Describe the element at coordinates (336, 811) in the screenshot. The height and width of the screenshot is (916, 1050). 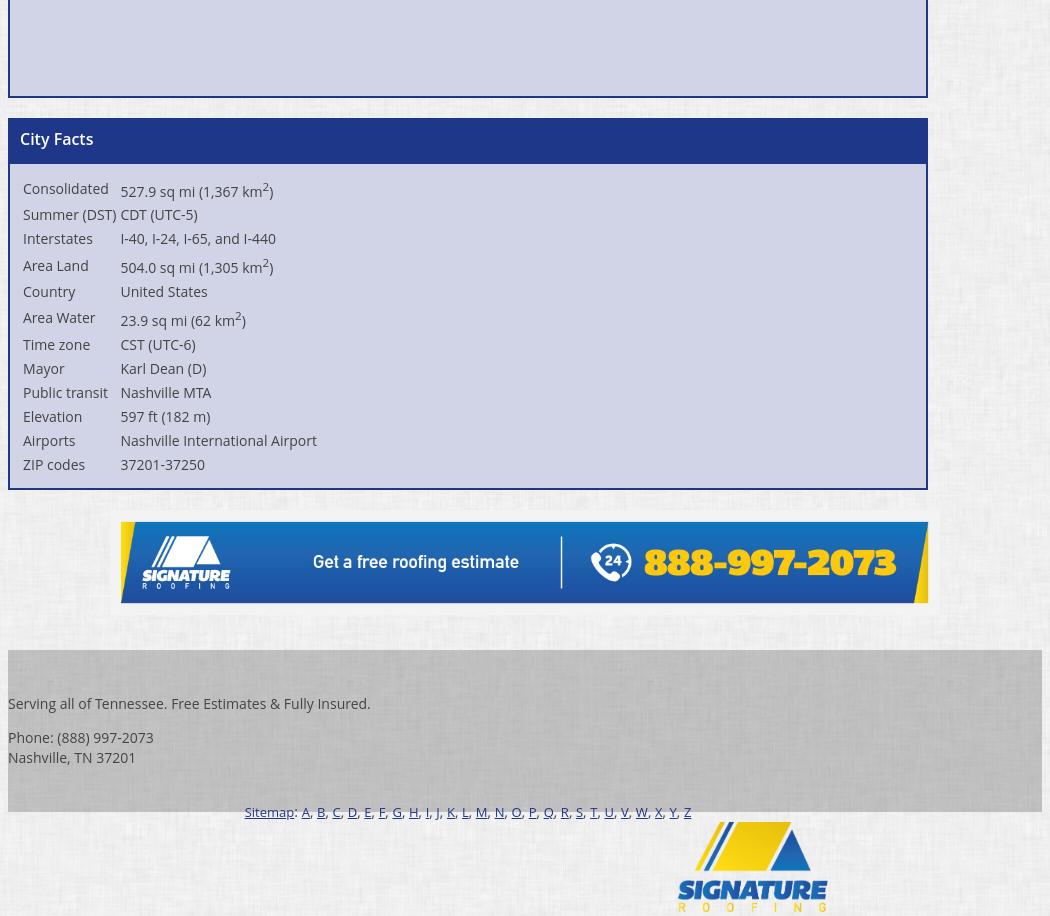
I see `'C'` at that location.